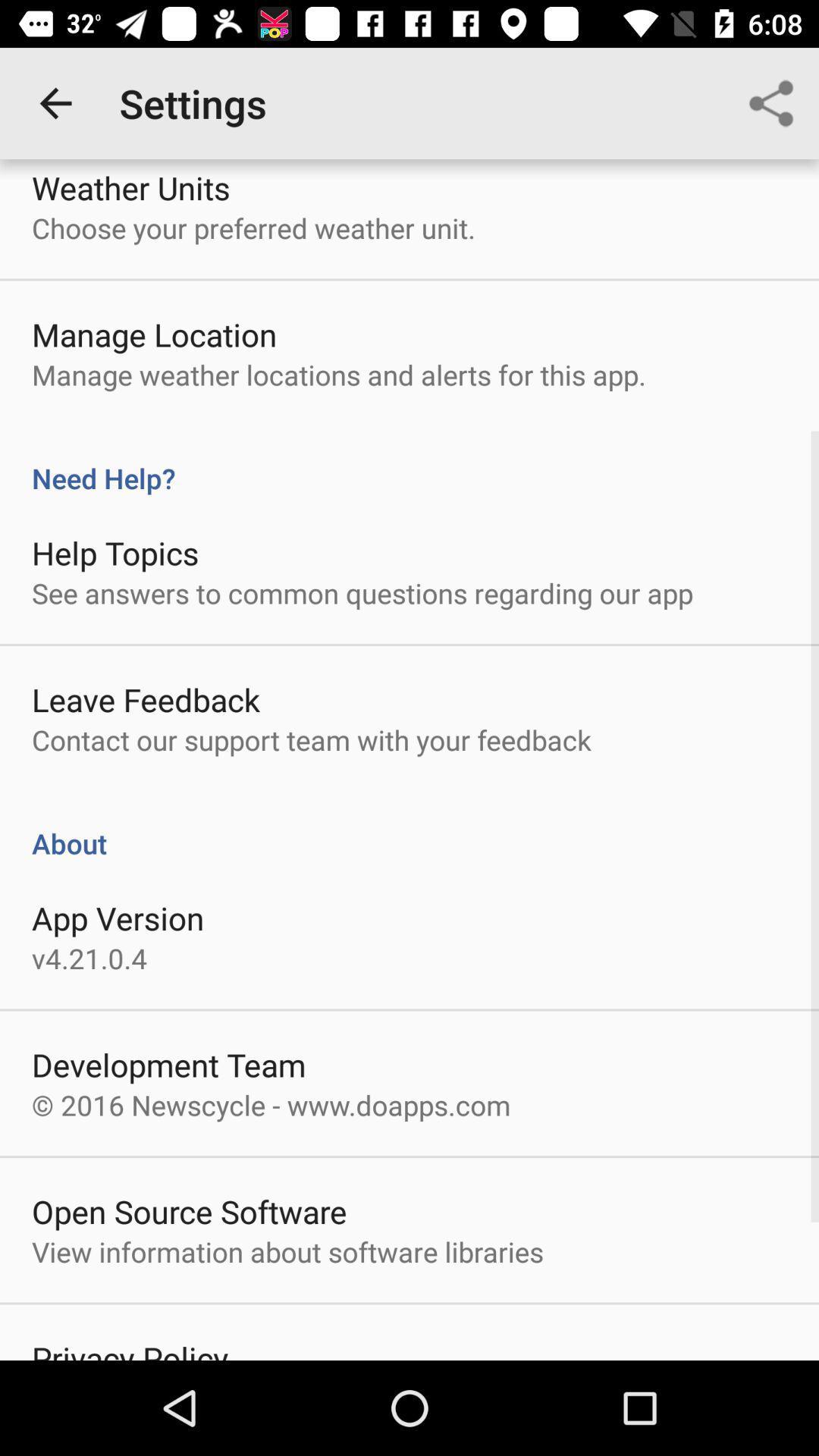 This screenshot has width=819, height=1456. I want to click on the manage location icon, so click(154, 334).